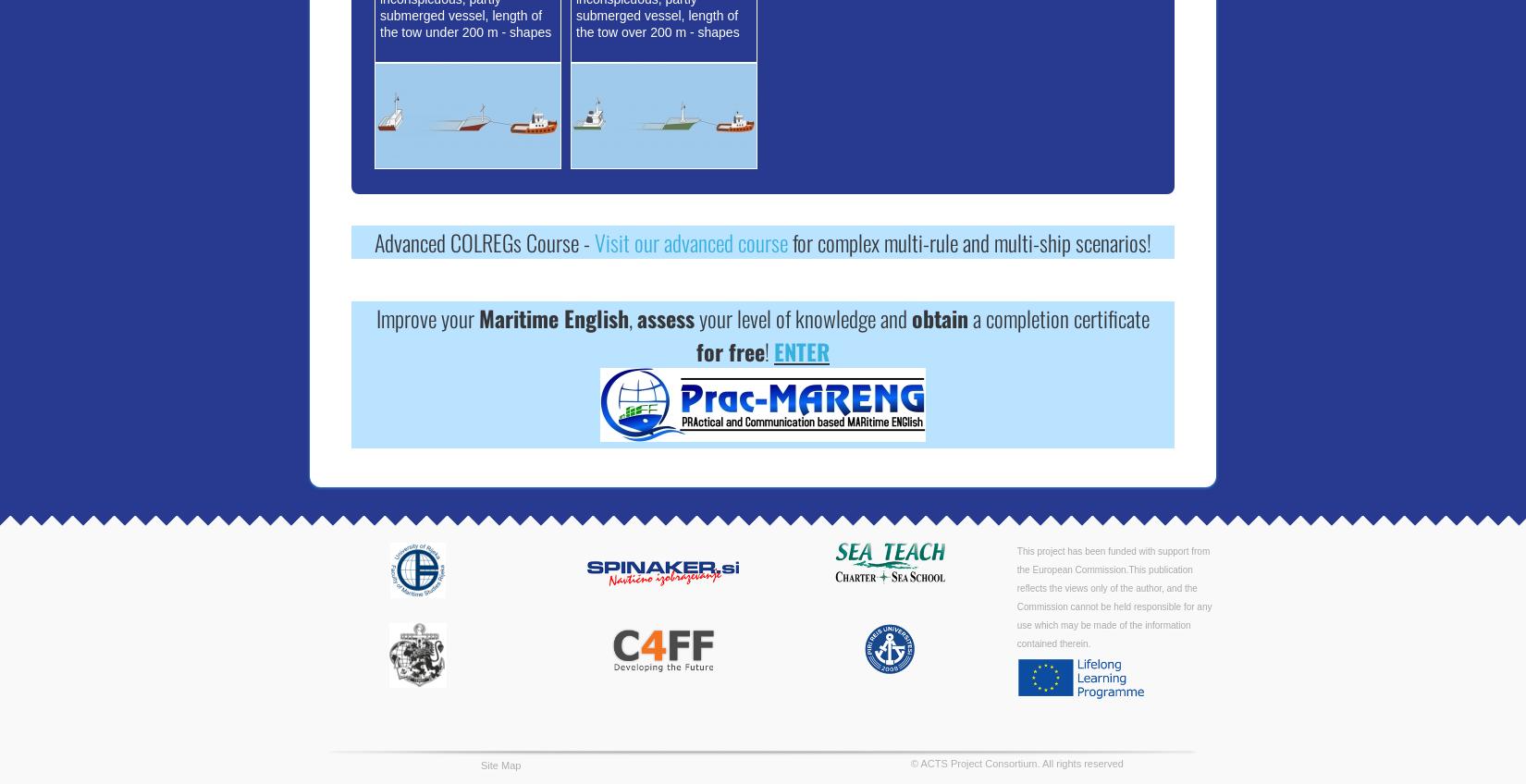 The image size is (1526, 784). I want to click on 'your level of knowledge and', so click(803, 317).